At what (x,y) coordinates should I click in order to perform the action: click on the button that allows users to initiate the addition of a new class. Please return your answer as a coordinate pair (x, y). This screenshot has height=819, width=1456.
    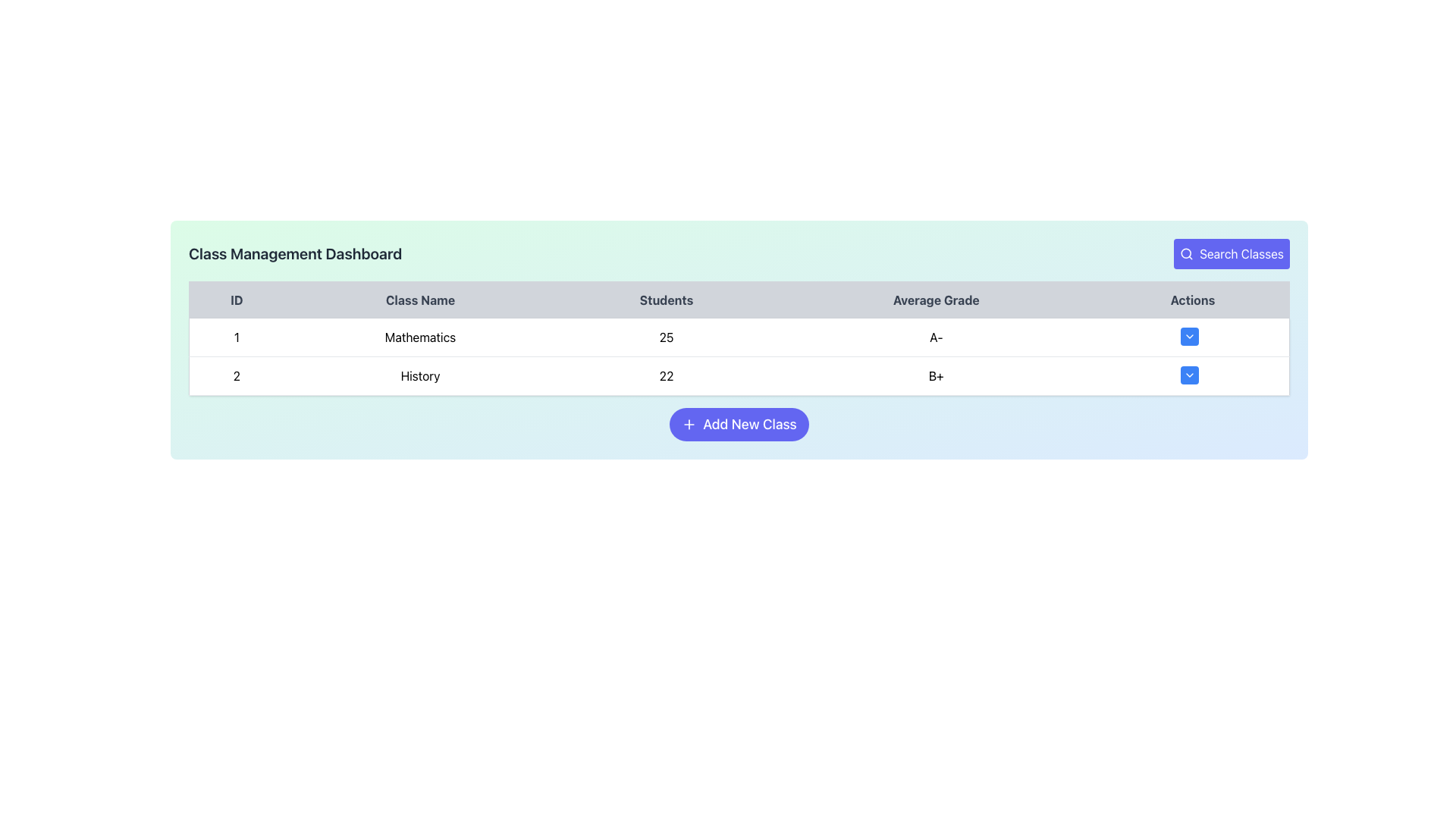
    Looking at the image, I should click on (739, 424).